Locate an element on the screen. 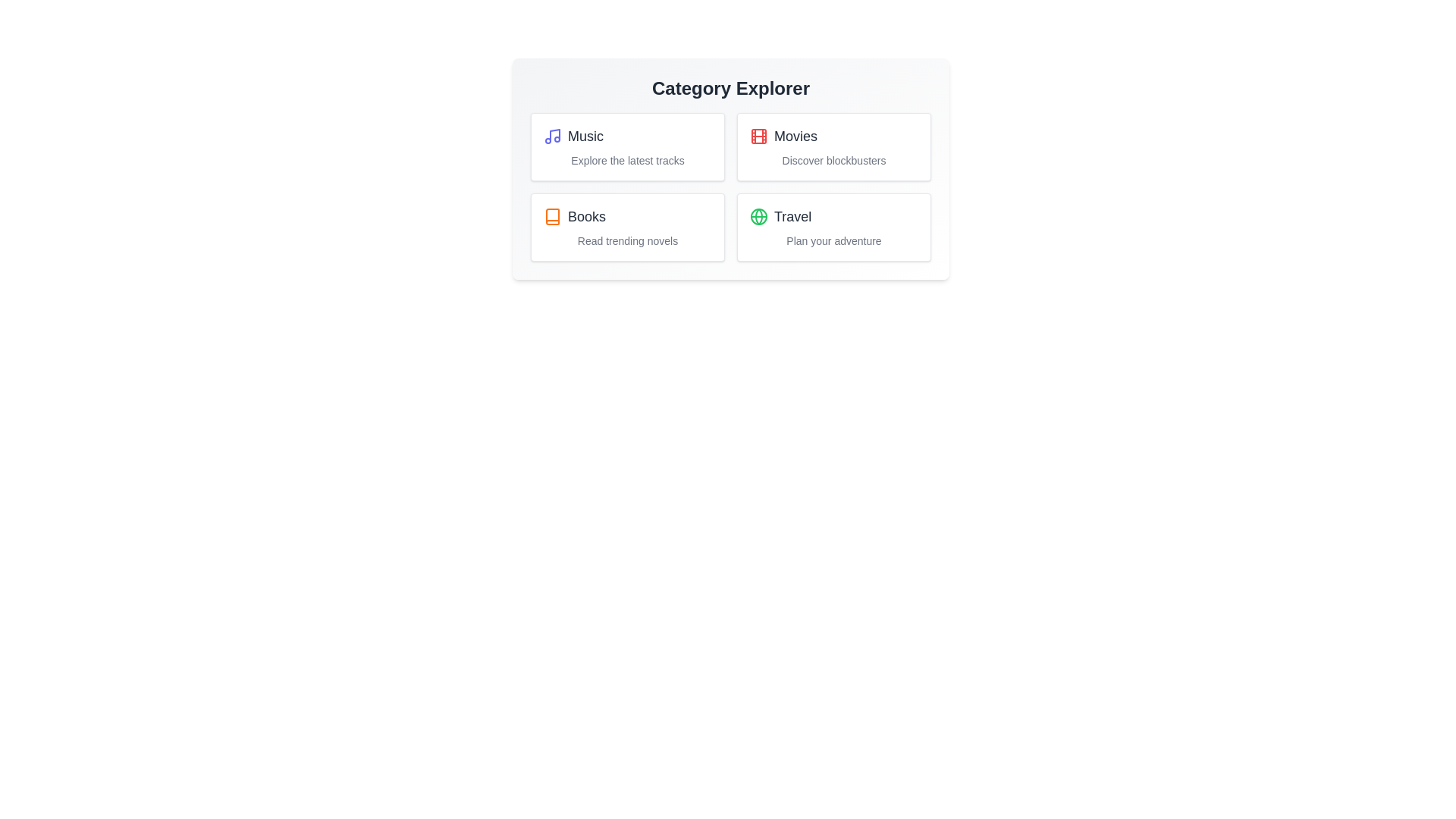 The image size is (1456, 819). the 'Travel' category to select it is located at coordinates (833, 216).